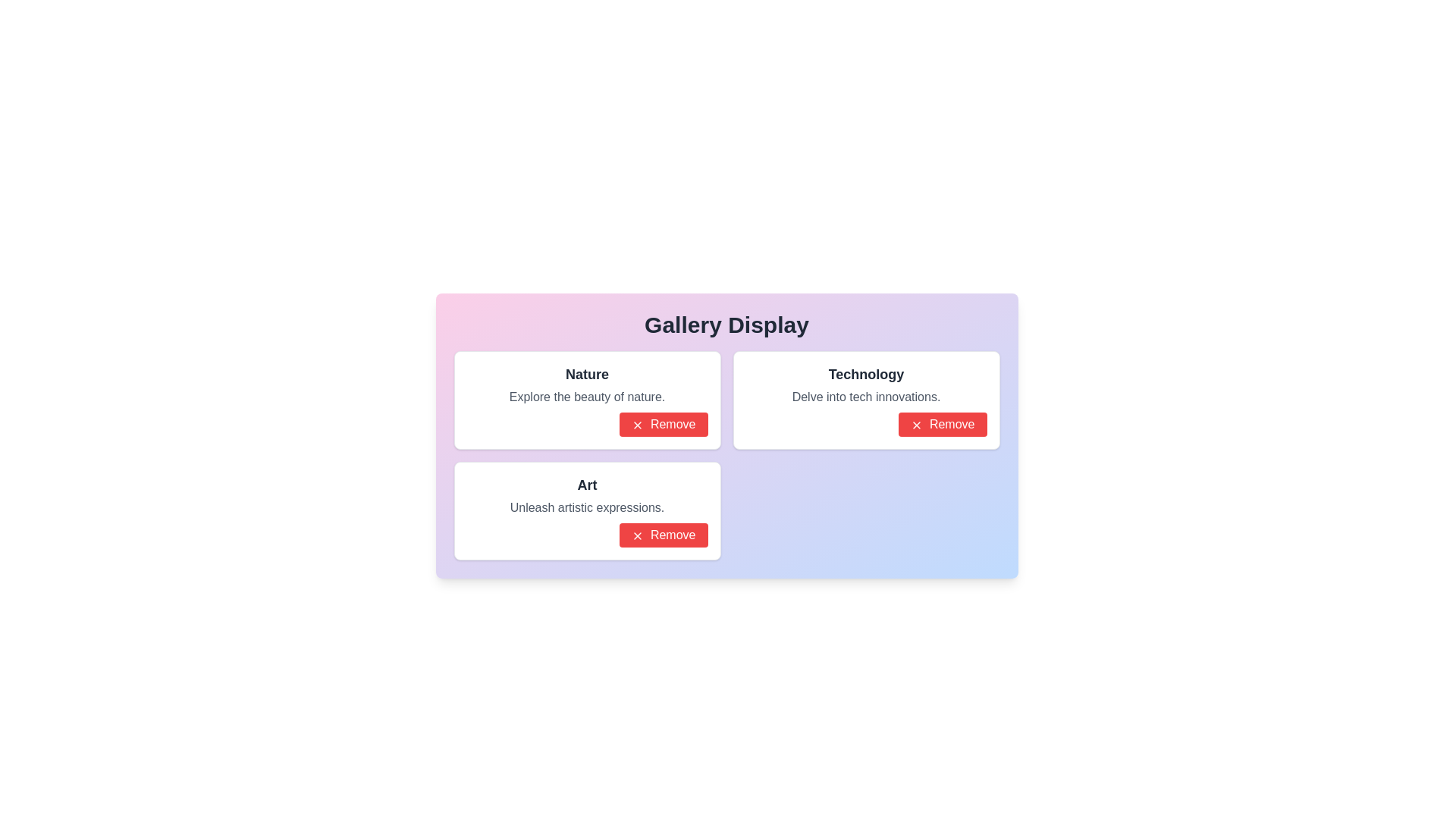 Image resolution: width=1456 pixels, height=819 pixels. I want to click on the item card labeled 'Nature' to highlight it, so click(586, 400).